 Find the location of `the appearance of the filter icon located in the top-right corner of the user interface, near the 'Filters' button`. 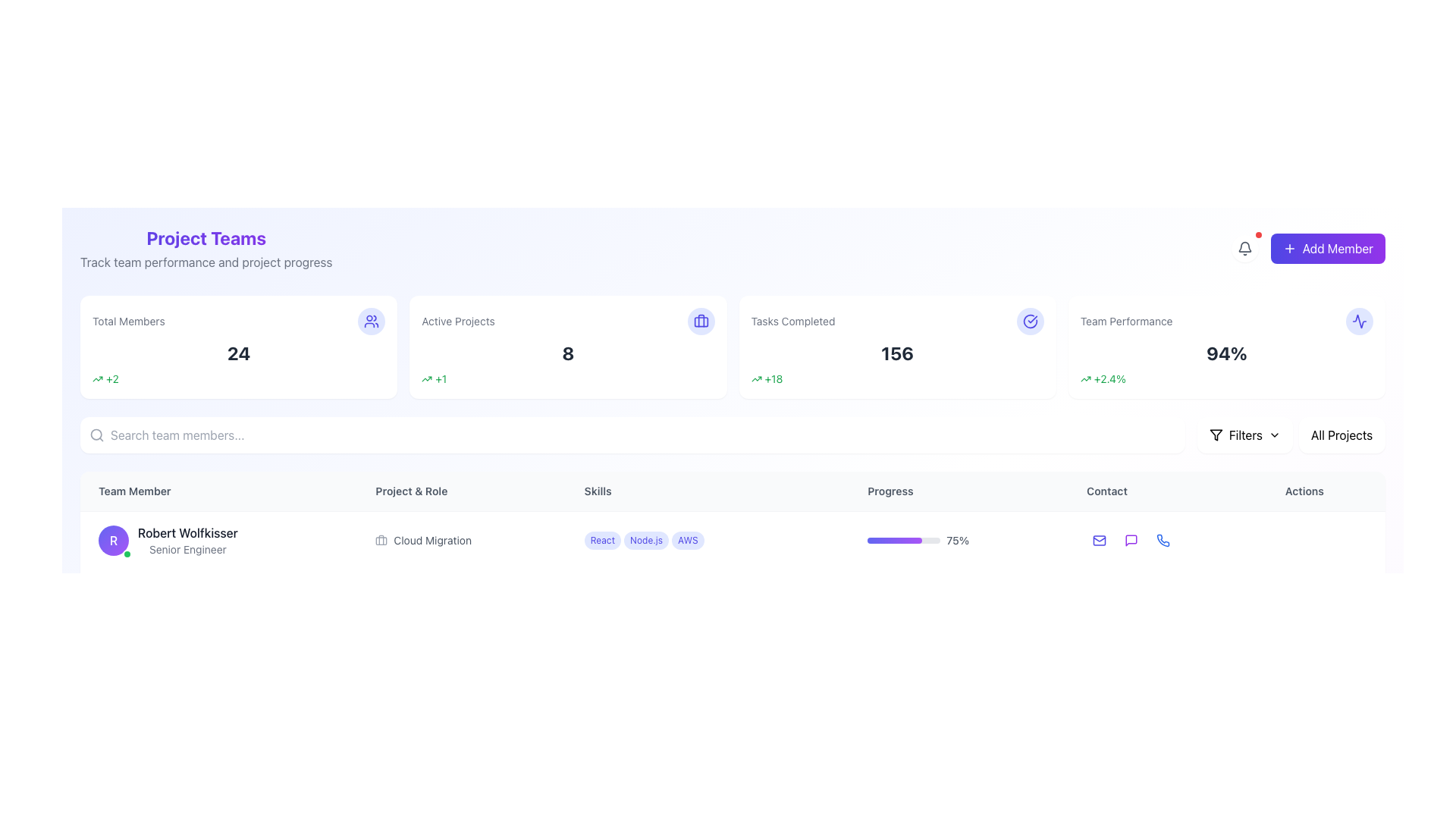

the appearance of the filter icon located in the top-right corner of the user interface, near the 'Filters' button is located at coordinates (1216, 435).